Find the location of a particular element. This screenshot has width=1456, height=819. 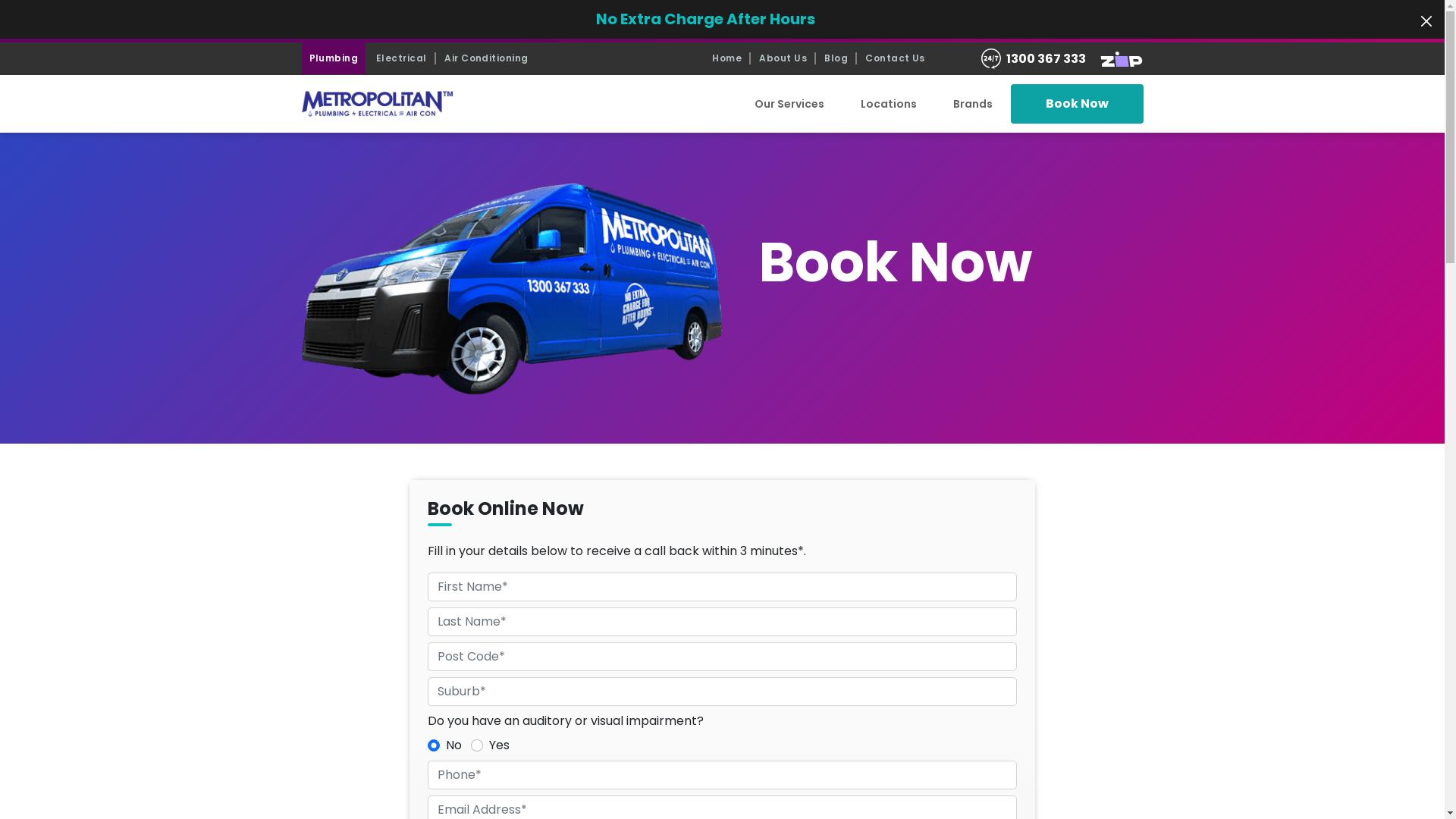

'1300 367 333' is located at coordinates (1045, 58).